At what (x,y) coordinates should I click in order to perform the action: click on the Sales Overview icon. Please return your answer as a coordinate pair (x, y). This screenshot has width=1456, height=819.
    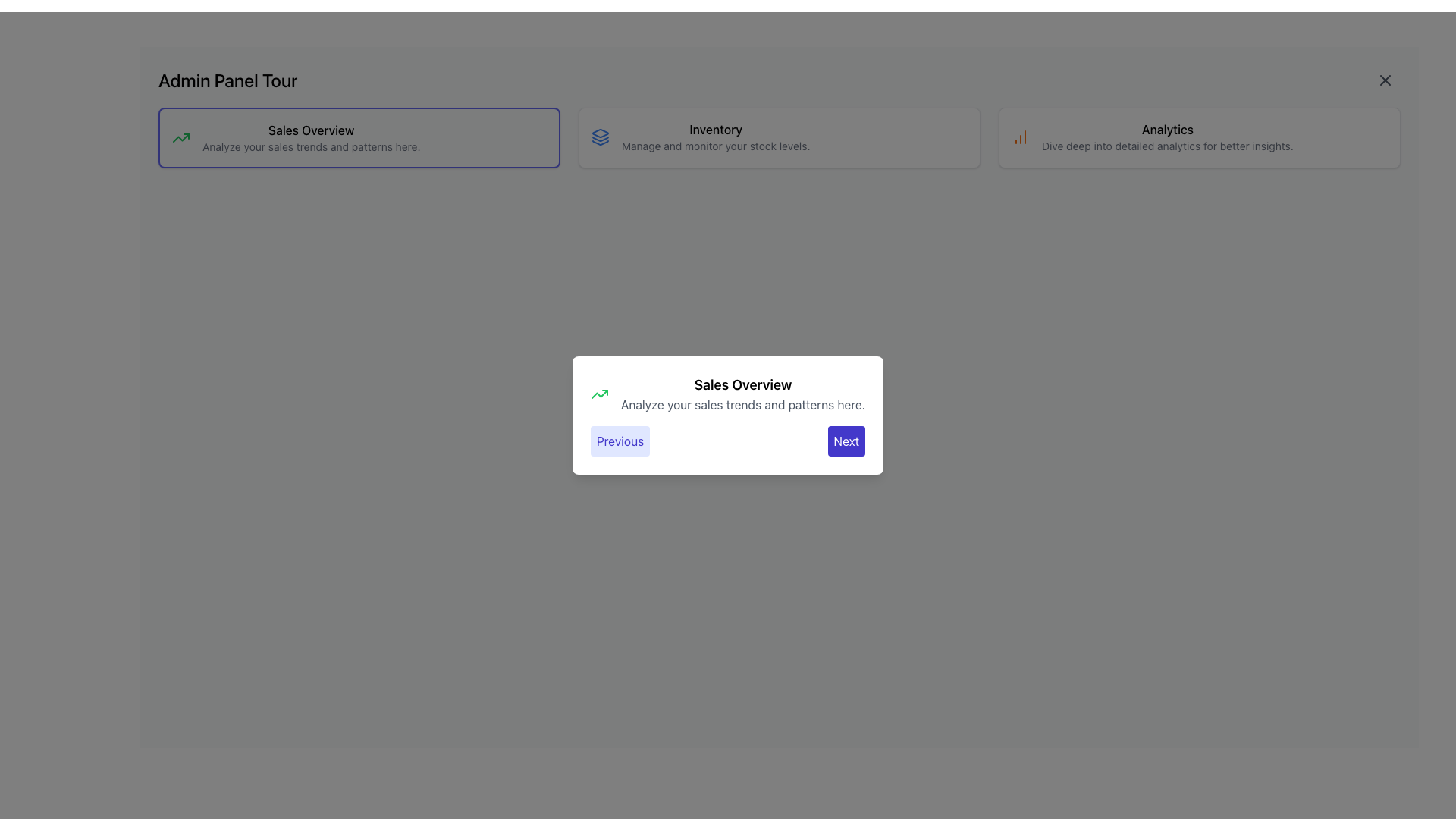
    Looking at the image, I should click on (598, 394).